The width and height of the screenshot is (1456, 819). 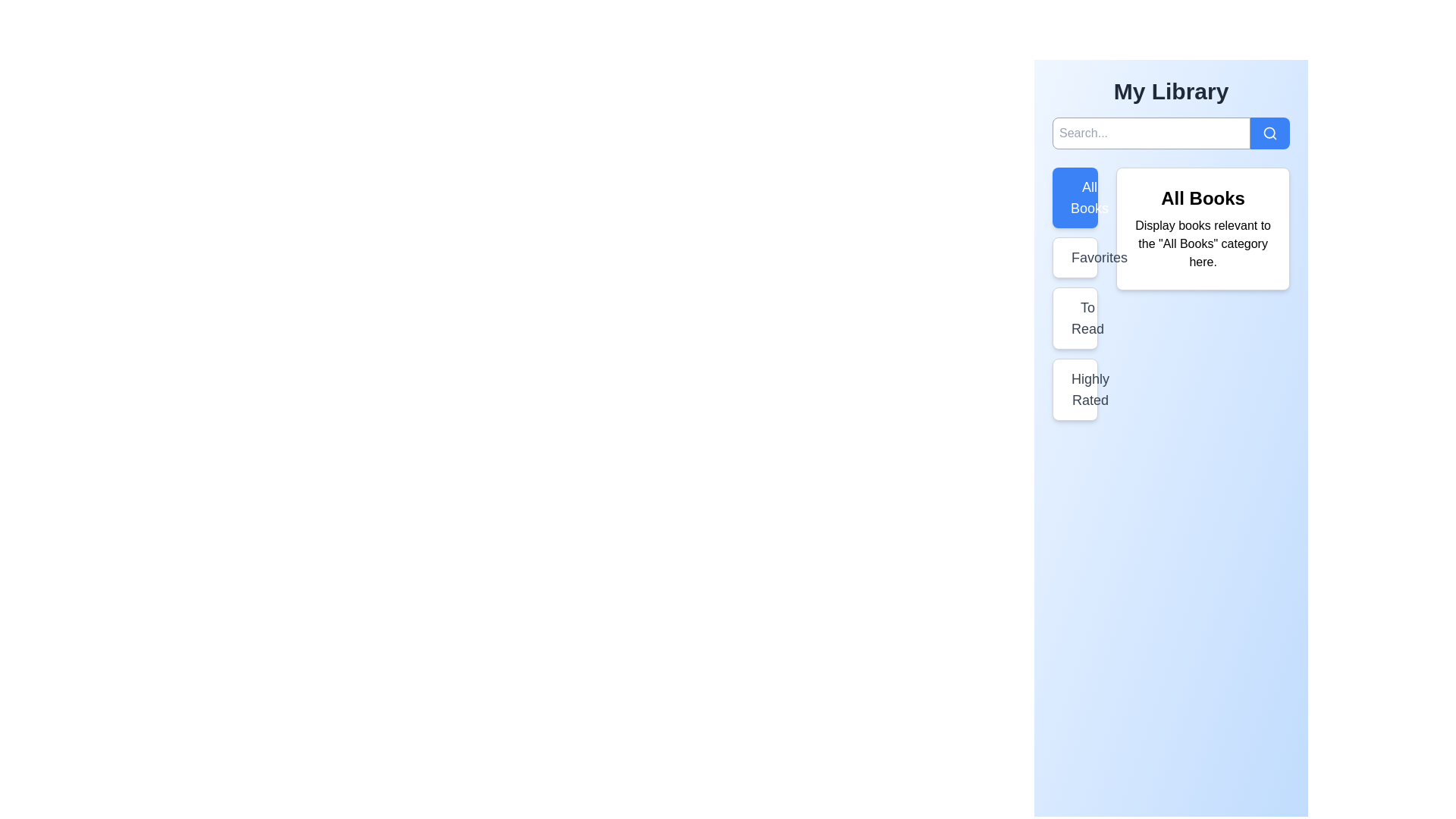 What do you see at coordinates (1202, 198) in the screenshot?
I see `the Text label (heading) that indicates the card contents are related to 'All Books', located in the top right region of the interface` at bounding box center [1202, 198].